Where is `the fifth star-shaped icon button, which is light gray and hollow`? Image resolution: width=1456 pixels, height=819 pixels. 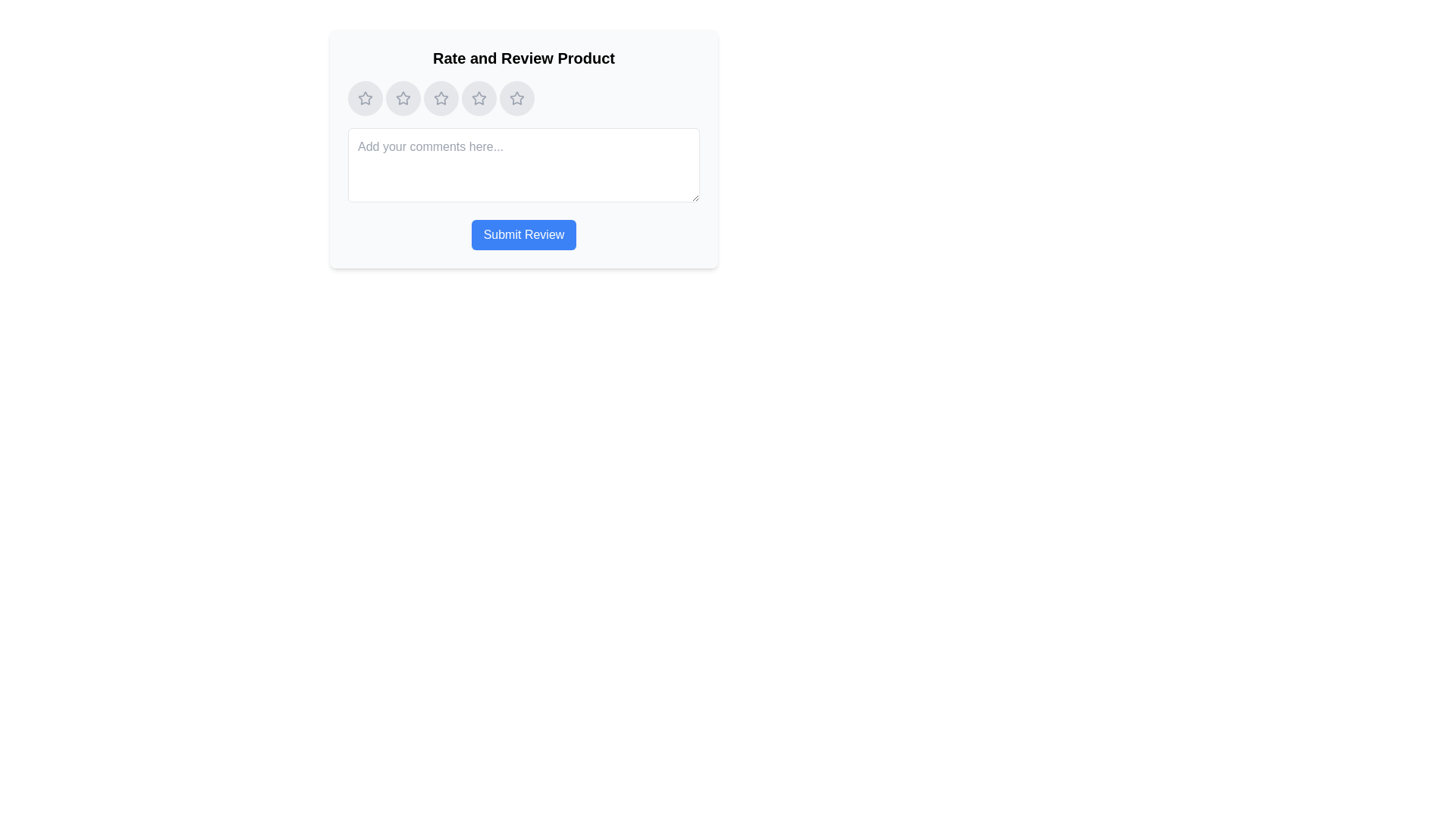
the fifth star-shaped icon button, which is light gray and hollow is located at coordinates (516, 99).